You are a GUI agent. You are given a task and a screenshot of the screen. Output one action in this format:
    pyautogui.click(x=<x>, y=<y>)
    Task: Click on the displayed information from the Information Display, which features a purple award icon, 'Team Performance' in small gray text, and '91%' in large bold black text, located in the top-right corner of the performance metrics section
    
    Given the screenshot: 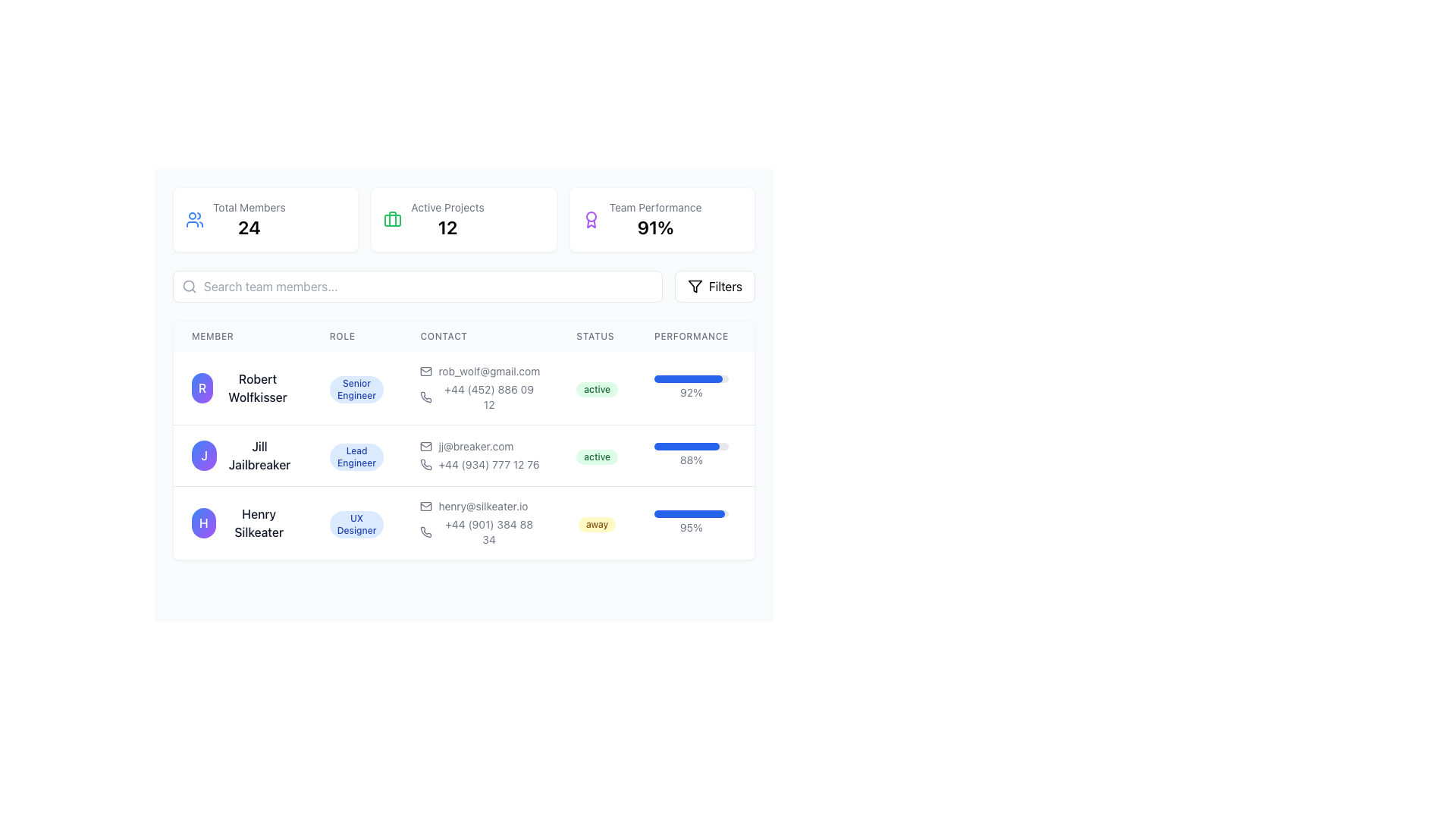 What is the action you would take?
    pyautogui.click(x=662, y=219)
    